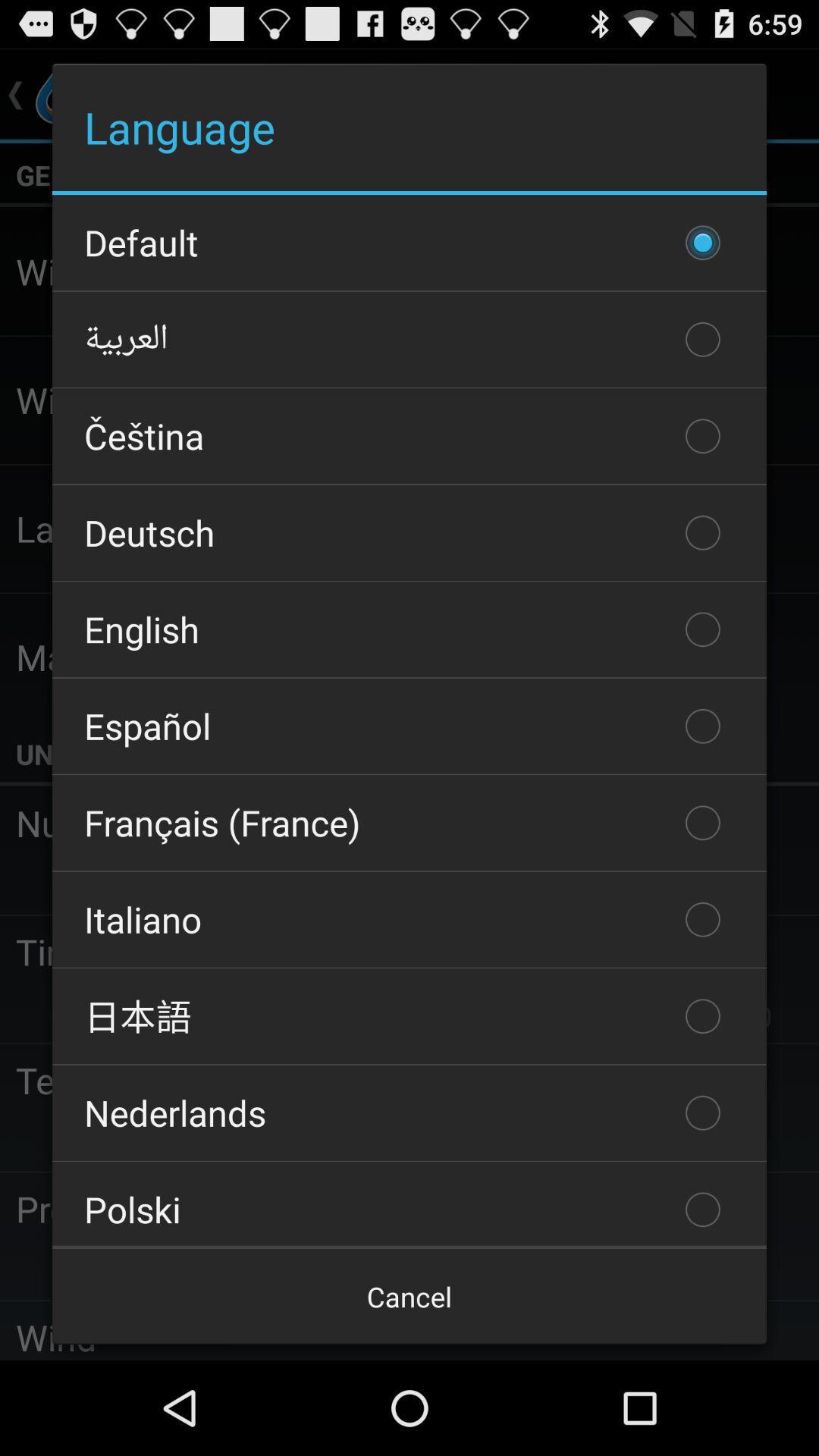 The height and width of the screenshot is (1456, 819). Describe the element at coordinates (409, 1295) in the screenshot. I see `icon below polski checkbox` at that location.